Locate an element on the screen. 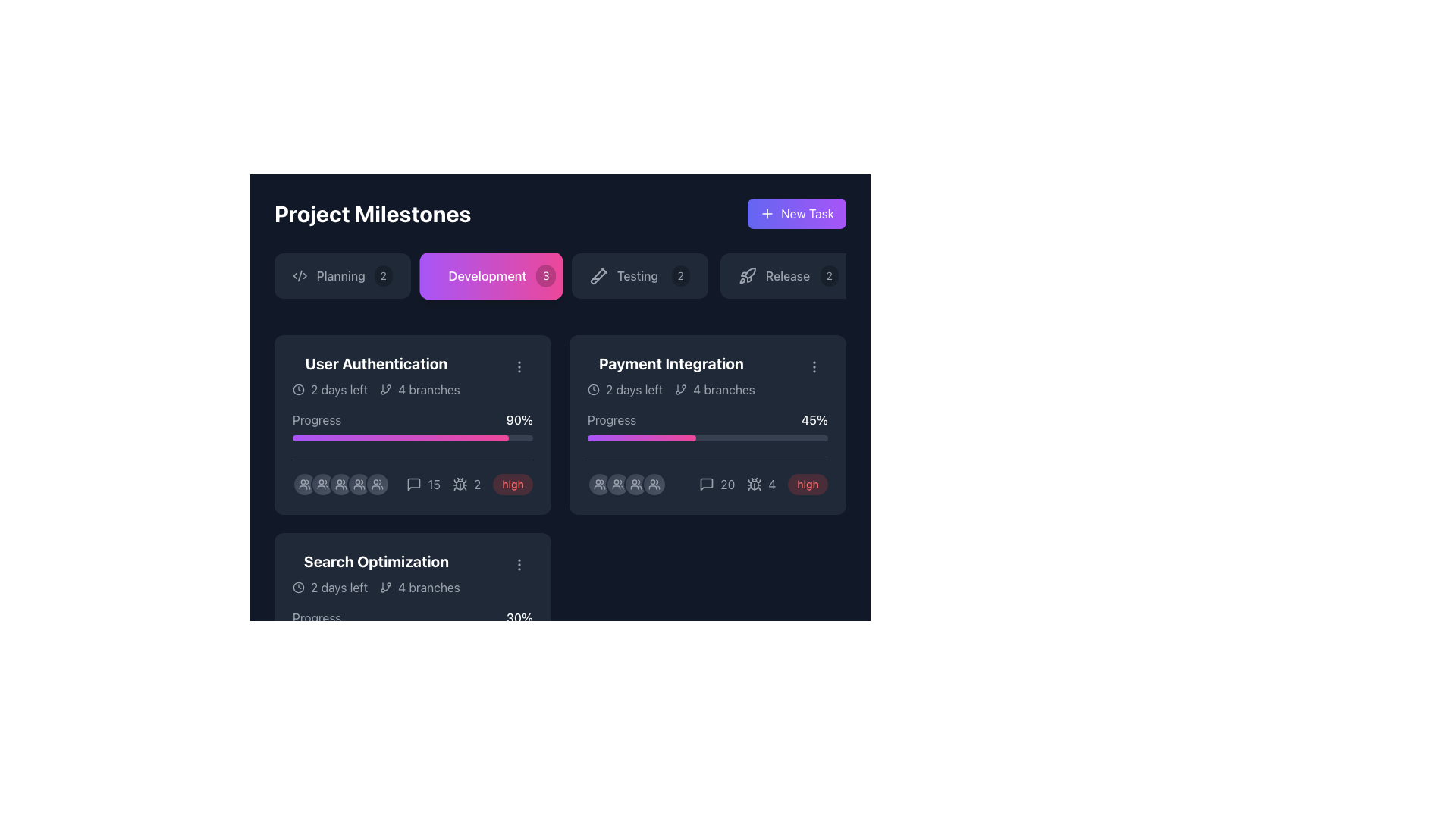  the rectangular button labeled 'Testing' with a dark background and light gray text is located at coordinates (640, 275).